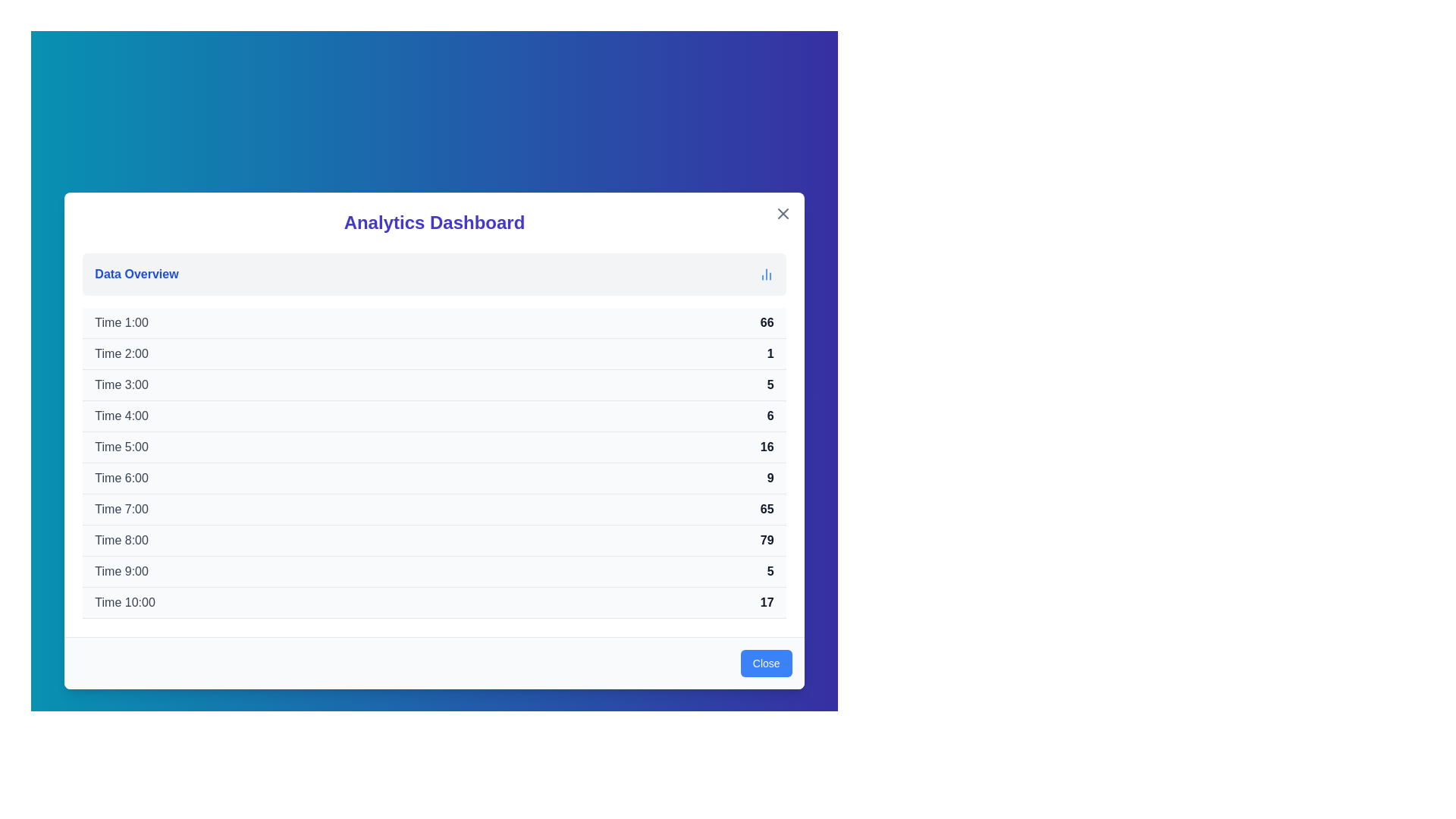 This screenshot has height=819, width=1456. Describe the element at coordinates (766, 274) in the screenshot. I see `the 'Data Overview' icon to trigger contextual actions` at that location.